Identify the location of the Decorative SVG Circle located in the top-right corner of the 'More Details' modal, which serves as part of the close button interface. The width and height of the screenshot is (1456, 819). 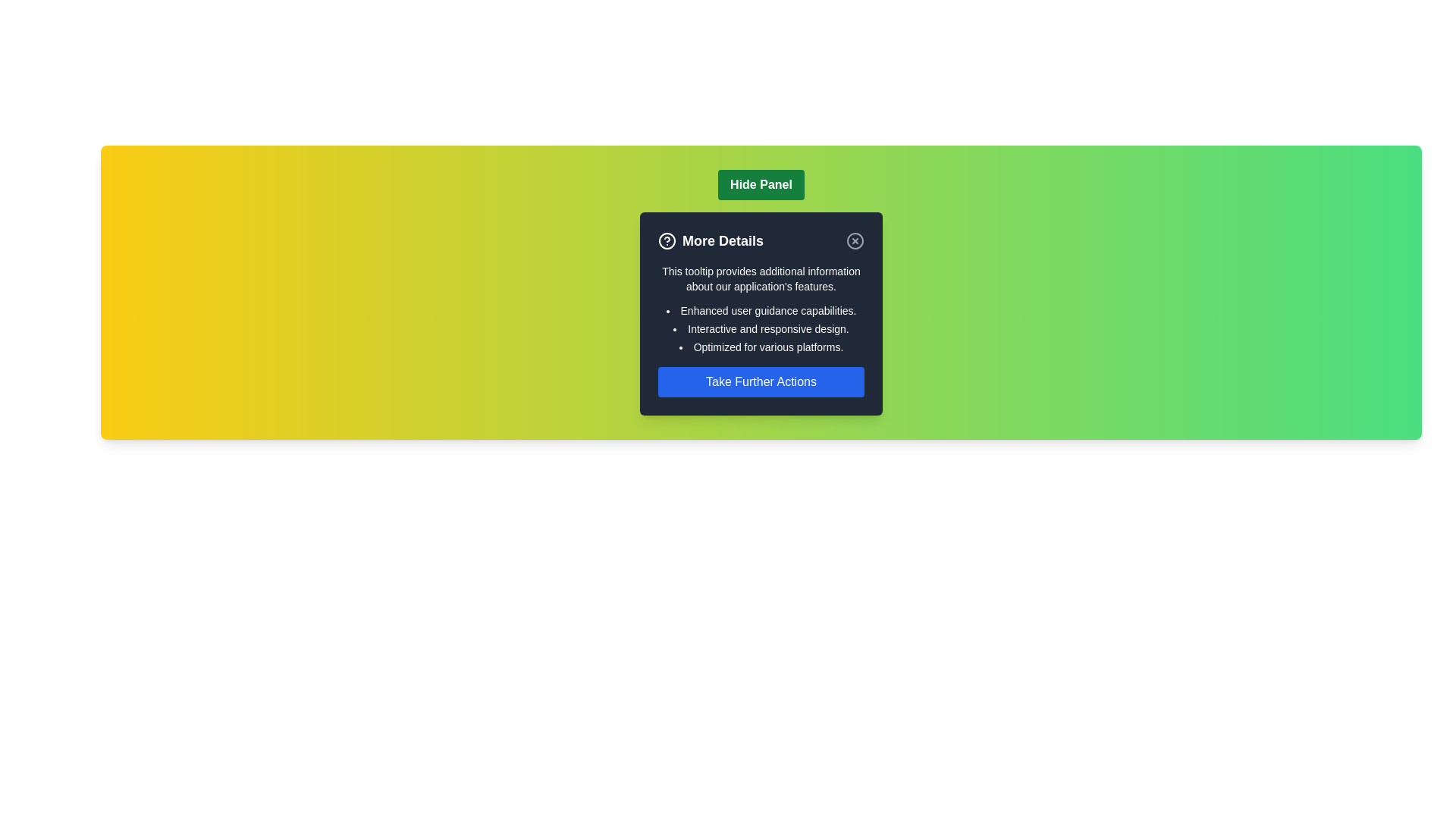
(855, 240).